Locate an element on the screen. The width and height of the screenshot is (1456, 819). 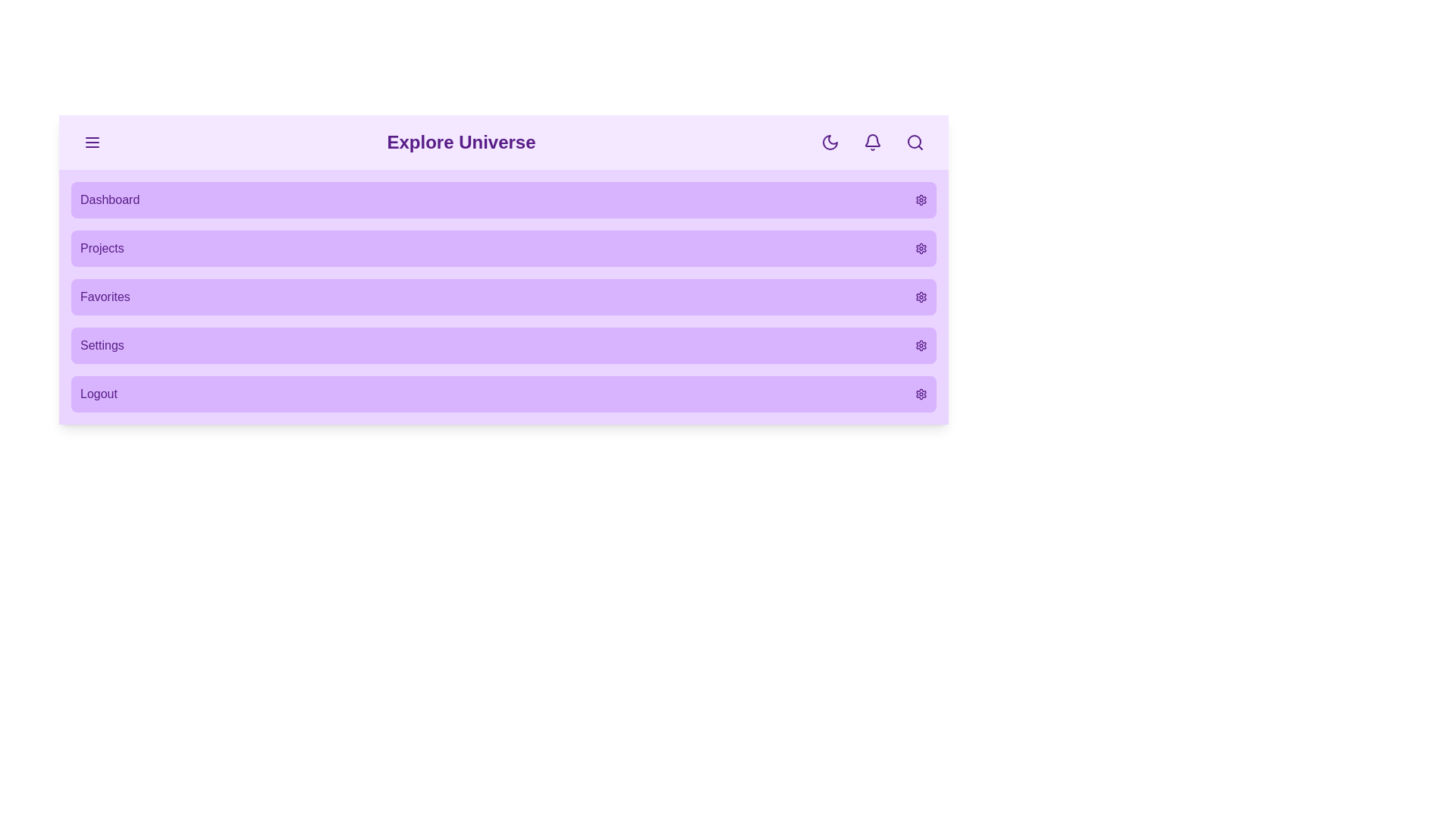
the menu item Dashboard from the menu is located at coordinates (504, 199).